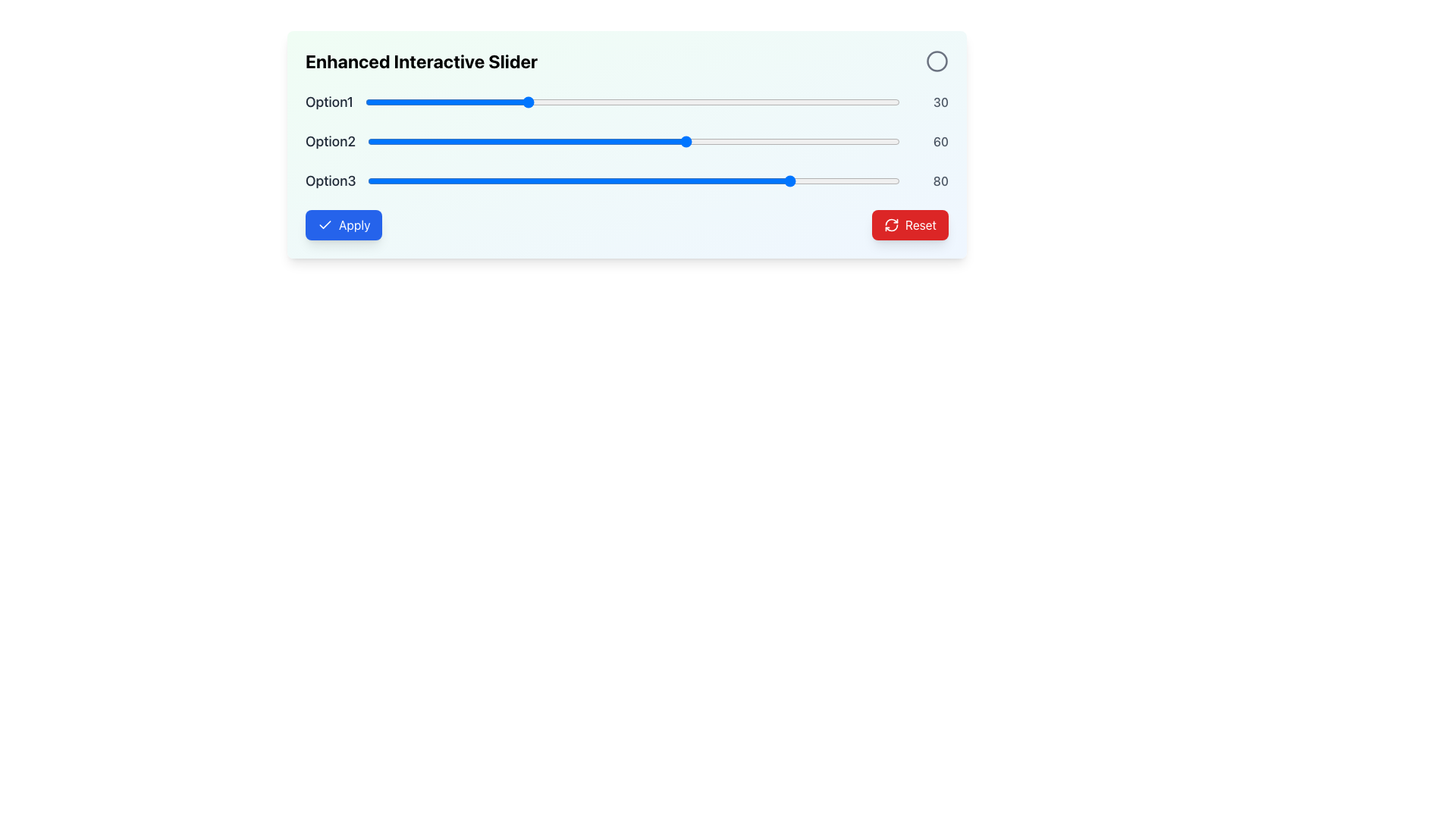 The height and width of the screenshot is (819, 1456). Describe the element at coordinates (343, 225) in the screenshot. I see `the blue 'Apply' button with white text and checkmark icon` at that location.